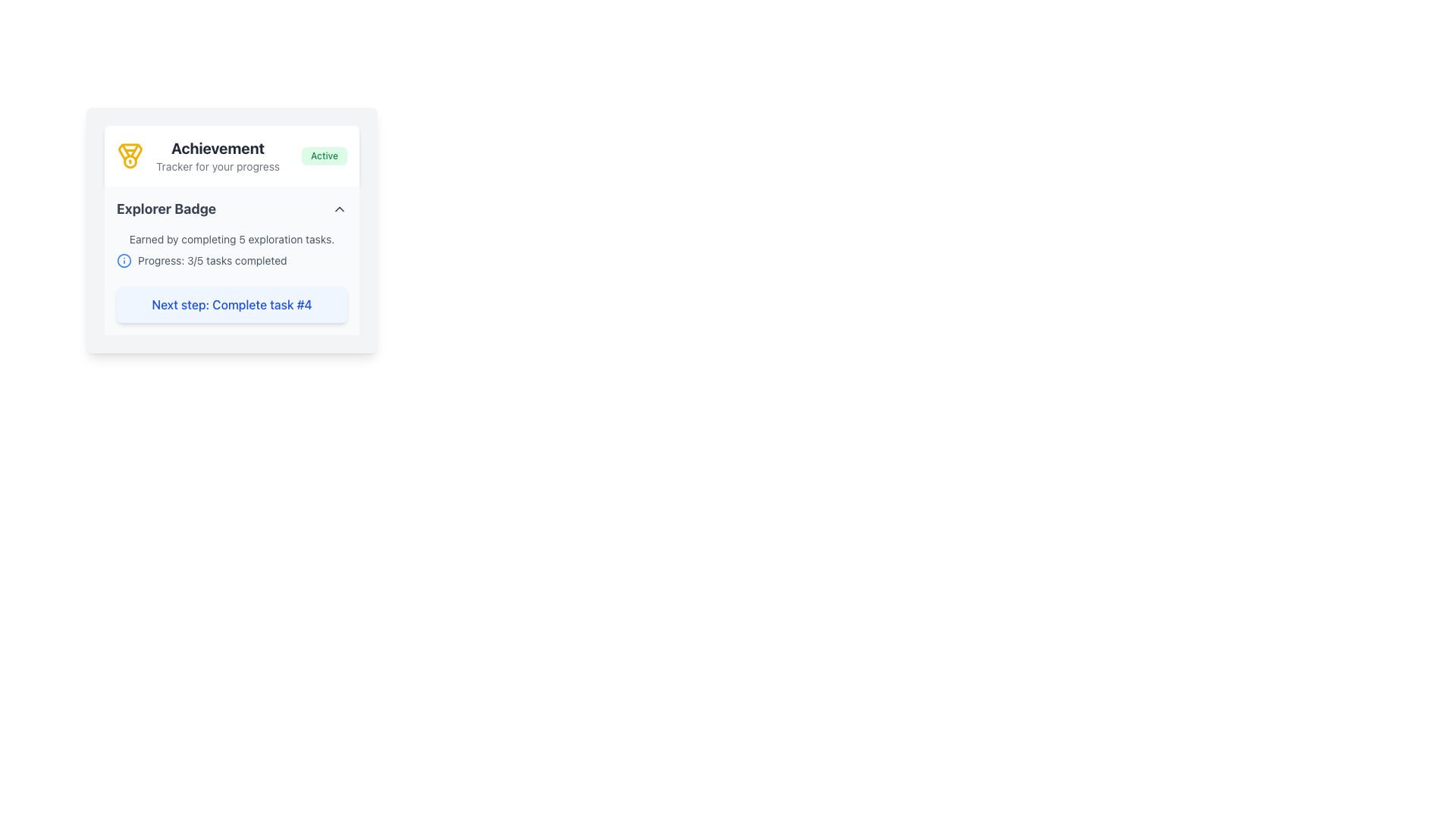 Image resolution: width=1456 pixels, height=819 pixels. Describe the element at coordinates (231, 249) in the screenshot. I see `the Text Description Component that displays the completion status of tasks, located below the 'Explorer Badge' section and above the 'Next step: Complete task #4' note` at that location.